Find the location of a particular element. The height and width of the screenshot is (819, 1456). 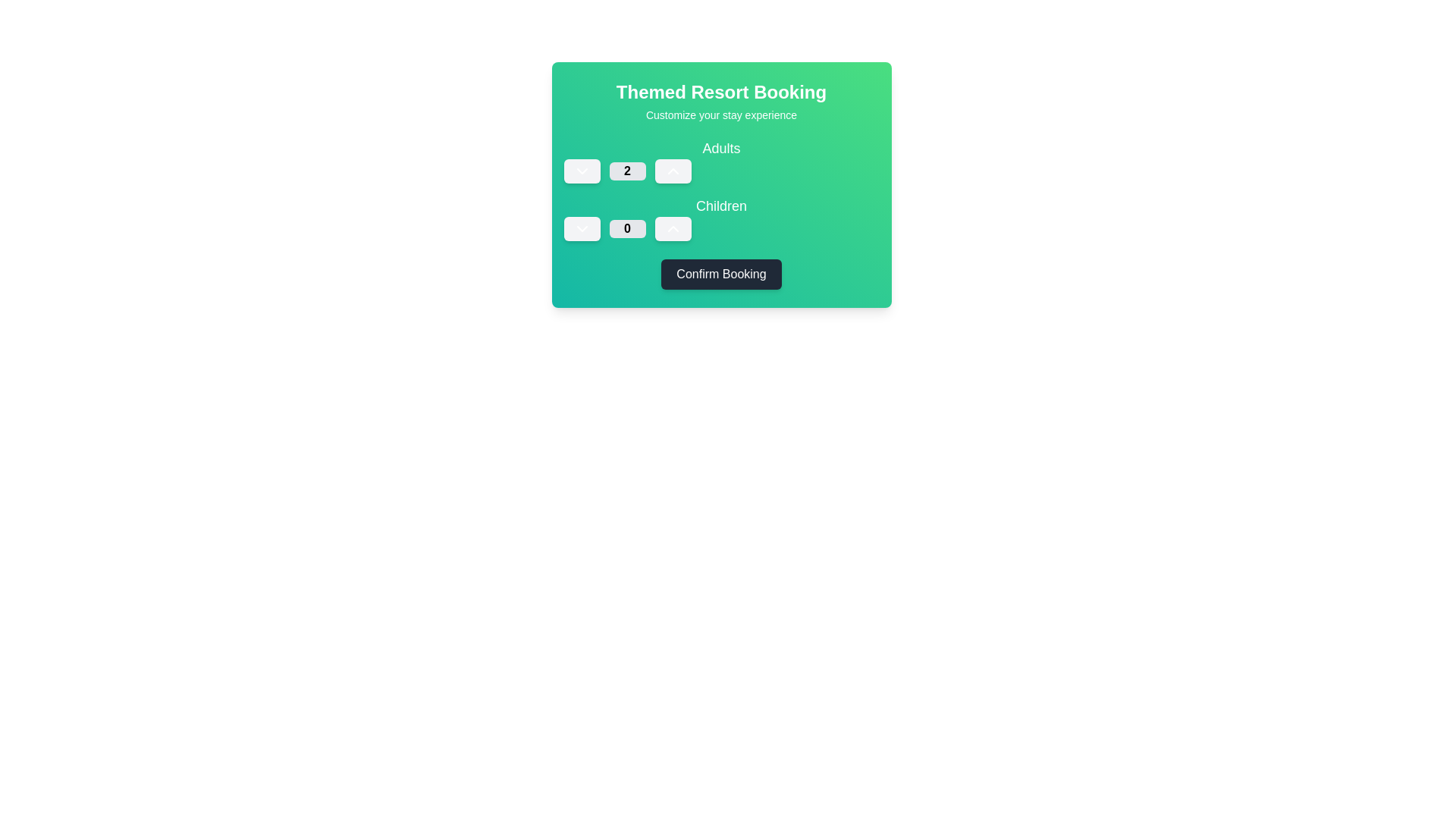

the interactive numeric input control for the 'Children' category, which includes the decrement button on the left, the numeric input in the center, and the increment button on the right is located at coordinates (720, 228).